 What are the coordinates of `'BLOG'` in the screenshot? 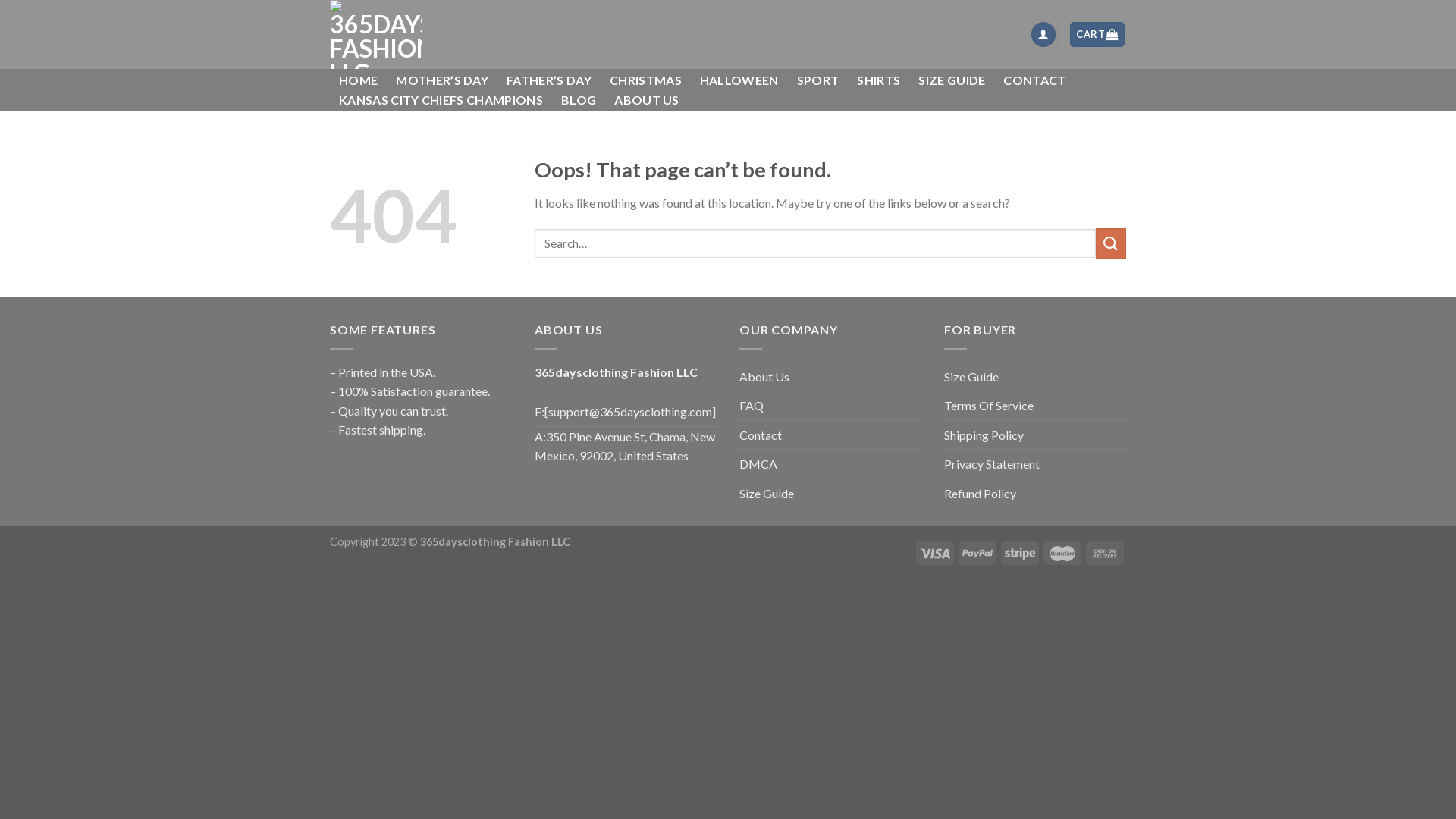 It's located at (551, 99).